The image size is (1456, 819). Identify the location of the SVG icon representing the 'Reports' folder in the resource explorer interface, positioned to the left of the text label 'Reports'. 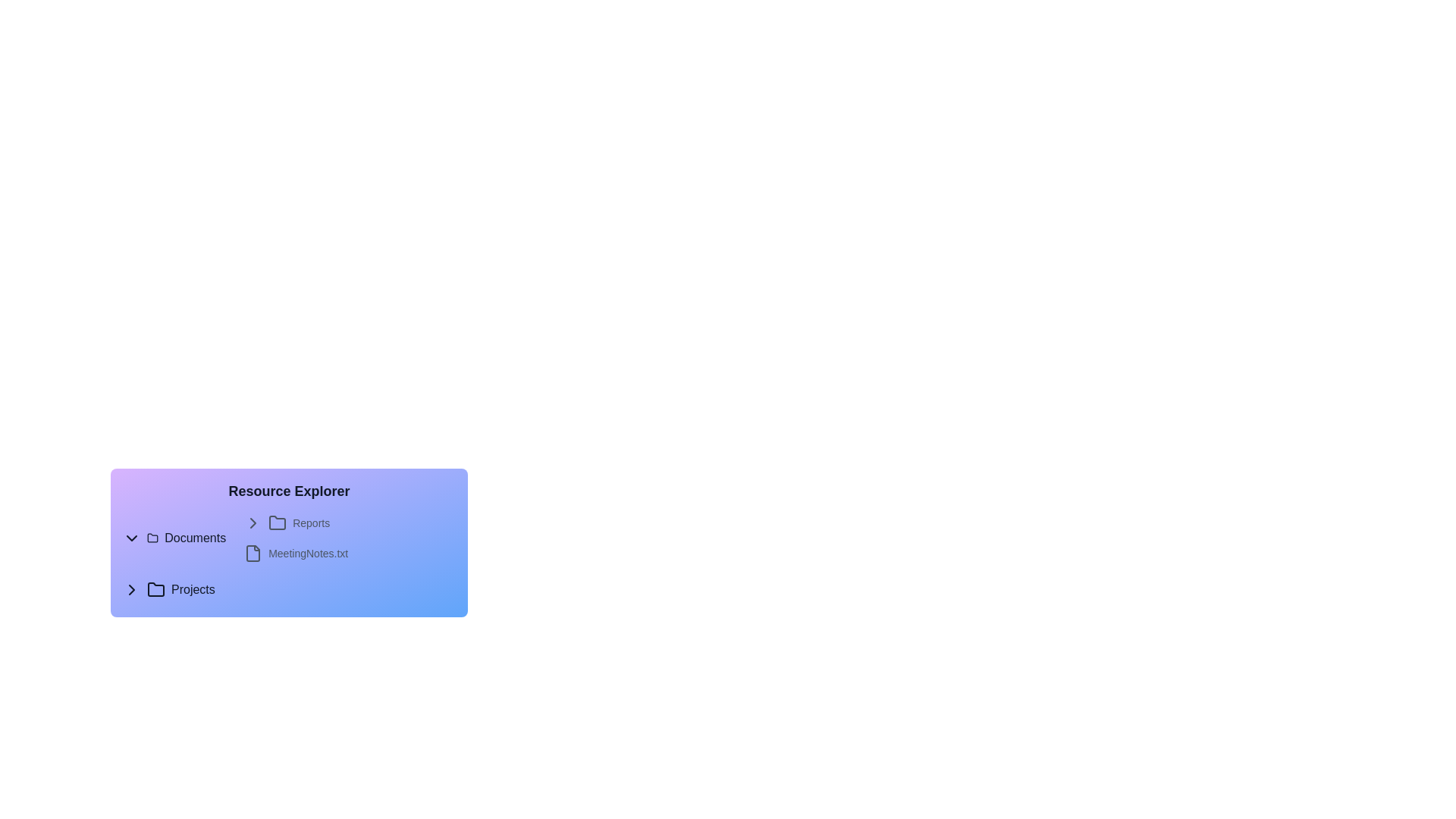
(278, 522).